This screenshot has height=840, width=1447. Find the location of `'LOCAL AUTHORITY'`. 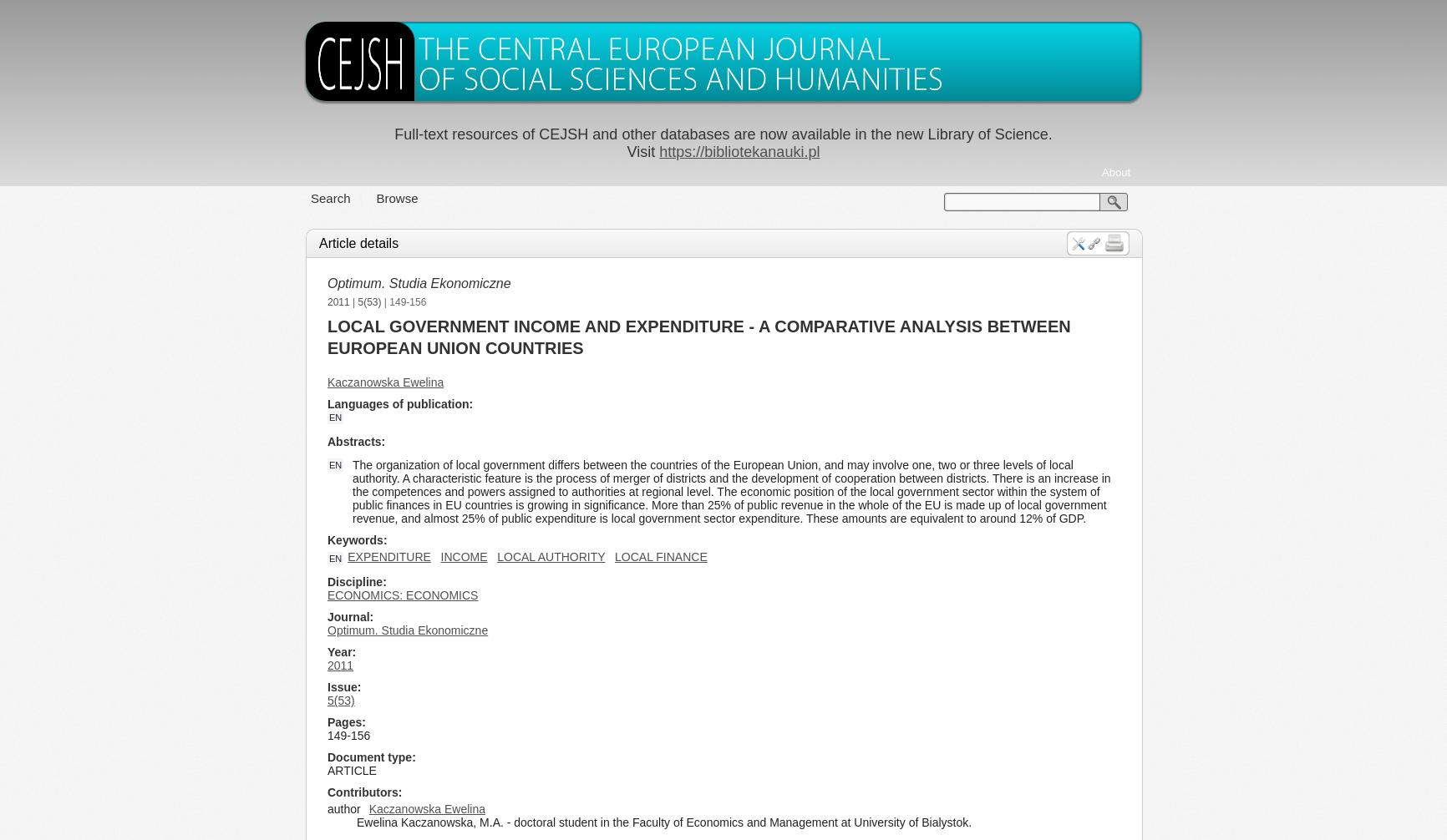

'LOCAL AUTHORITY' is located at coordinates (550, 556).